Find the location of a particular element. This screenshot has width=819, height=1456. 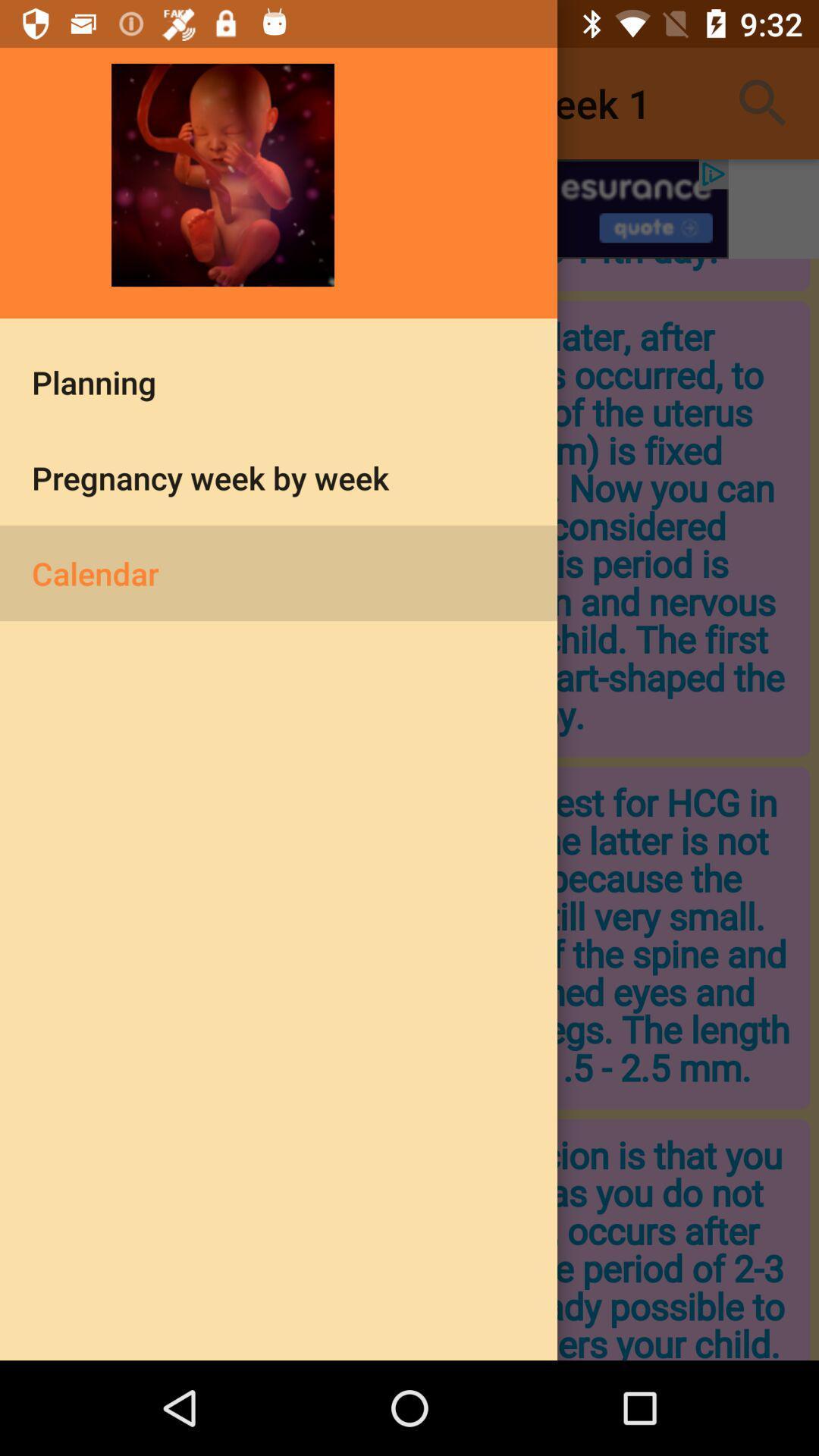

click advertisement is located at coordinates (409, 208).